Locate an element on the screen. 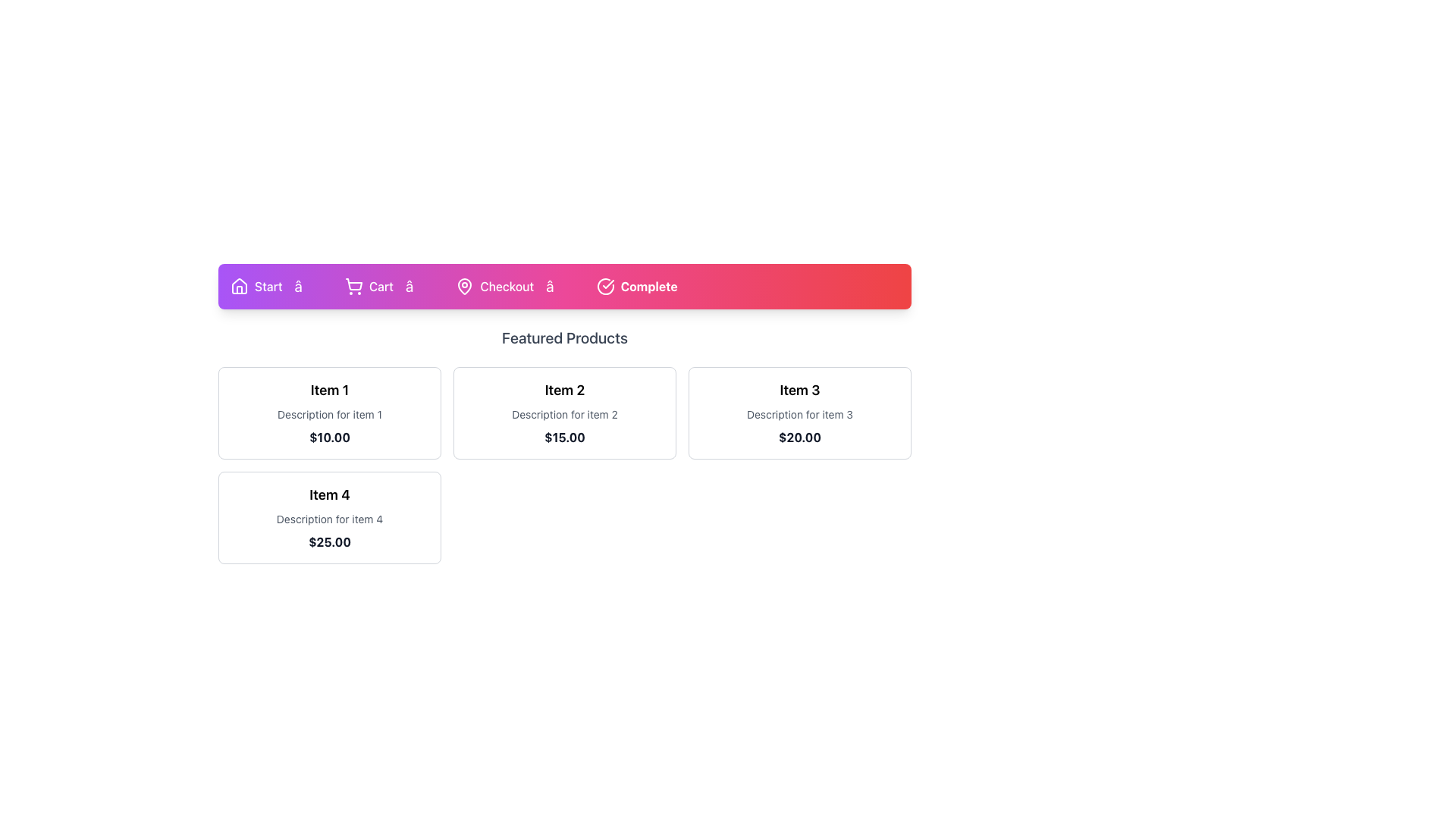  the 'Start' text label, which is displayed in white on a purple background and is positioned on the navigation bar to the right of a house icon is located at coordinates (268, 287).